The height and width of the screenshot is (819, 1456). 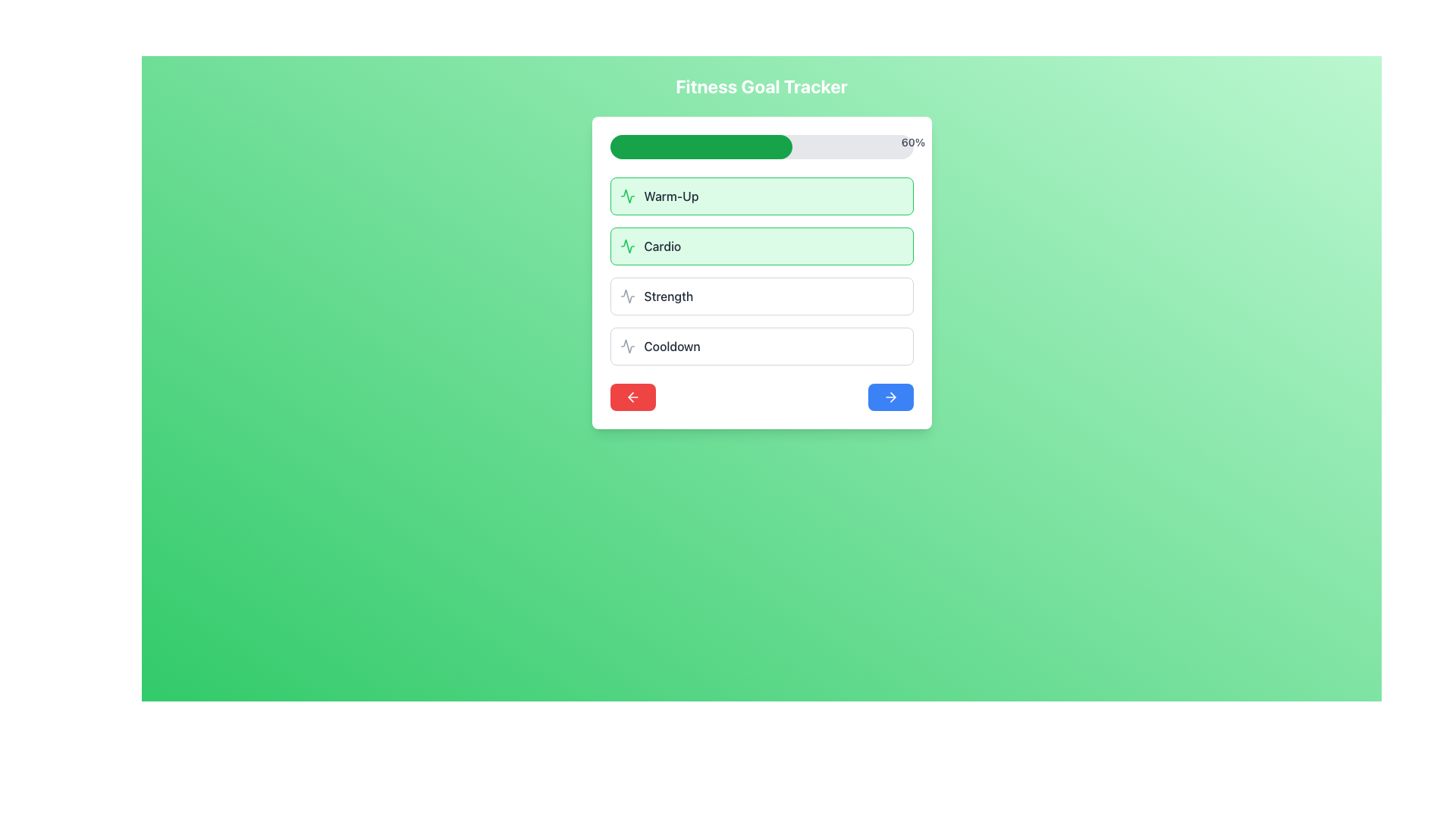 I want to click on the light gray waveform icon located within the 'Strength' card, so click(x=627, y=296).